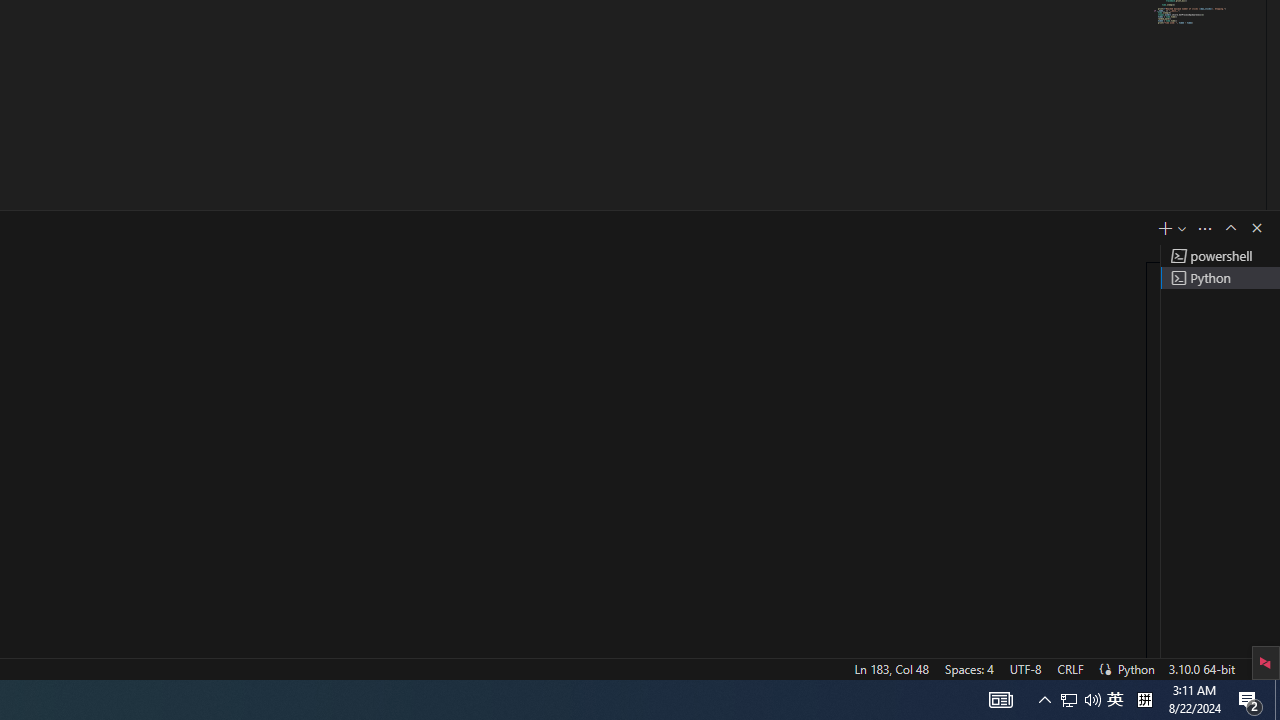 The image size is (1280, 720). What do you see at coordinates (968, 668) in the screenshot?
I see `'Spaces: 4'` at bounding box center [968, 668].